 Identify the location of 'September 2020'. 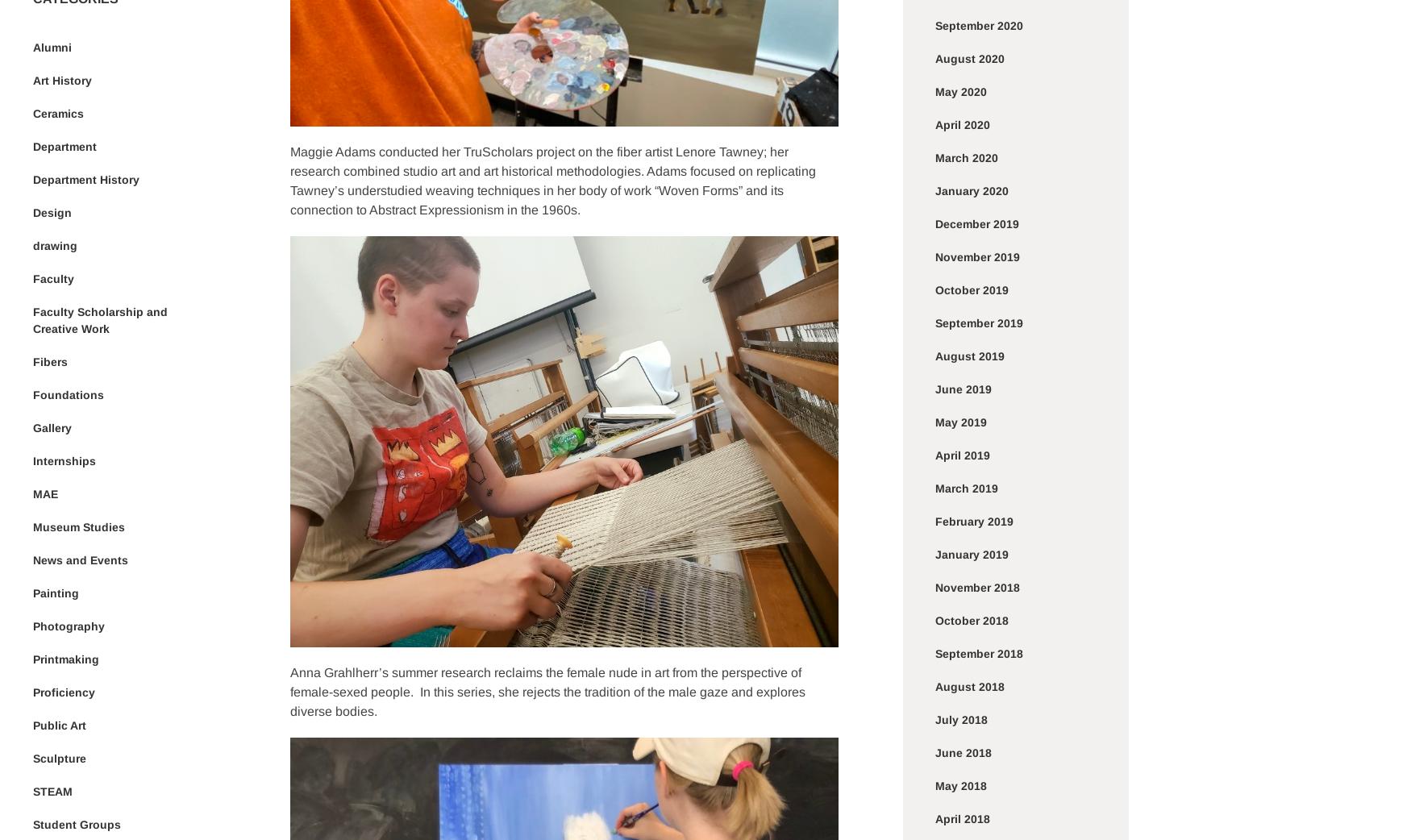
(934, 24).